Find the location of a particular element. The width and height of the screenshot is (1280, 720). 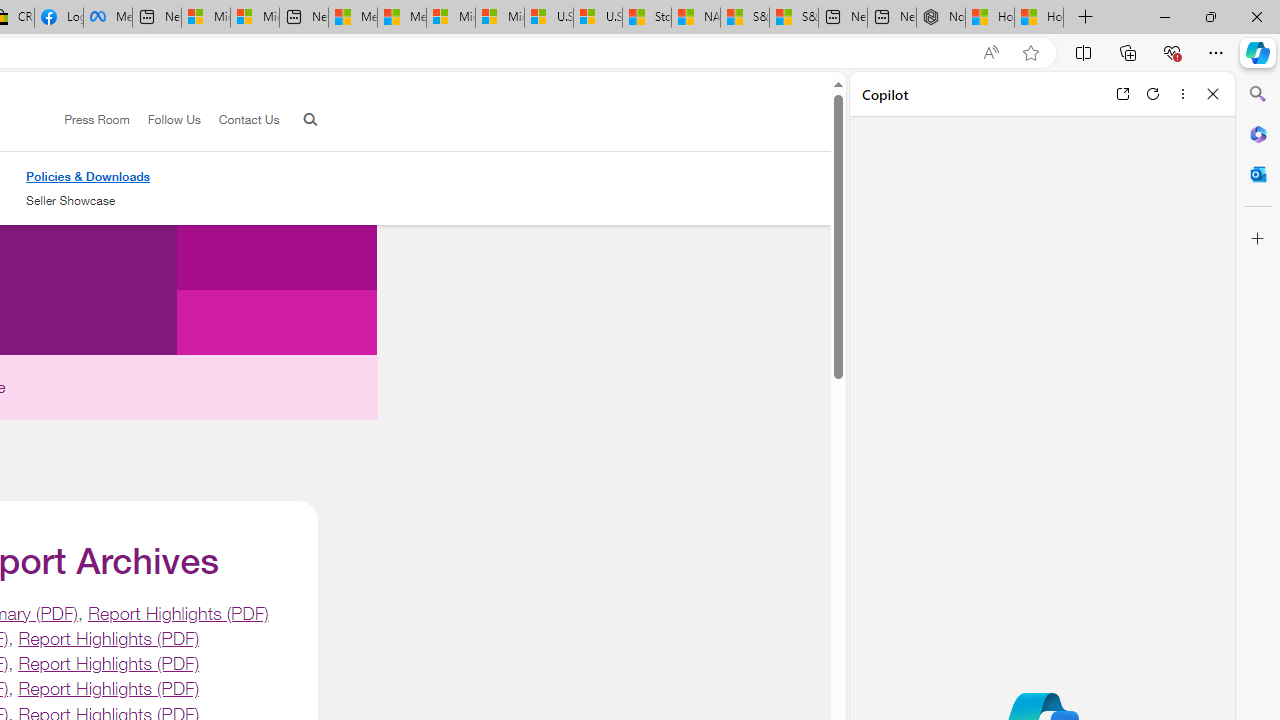

'Follow Us' is located at coordinates (165, 120).